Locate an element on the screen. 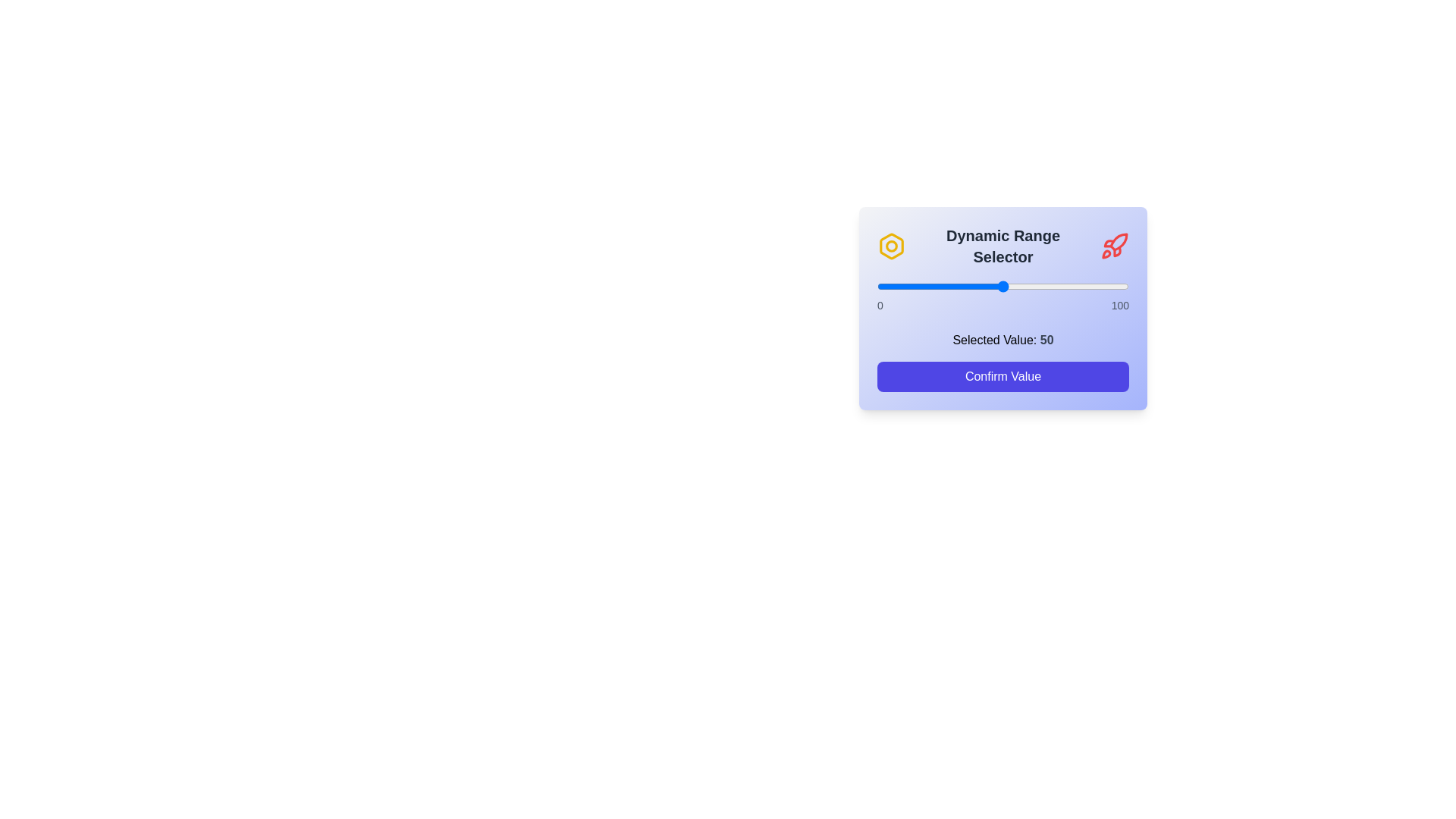 The width and height of the screenshot is (1456, 819). the slider to set its value to 6 is located at coordinates (892, 287).